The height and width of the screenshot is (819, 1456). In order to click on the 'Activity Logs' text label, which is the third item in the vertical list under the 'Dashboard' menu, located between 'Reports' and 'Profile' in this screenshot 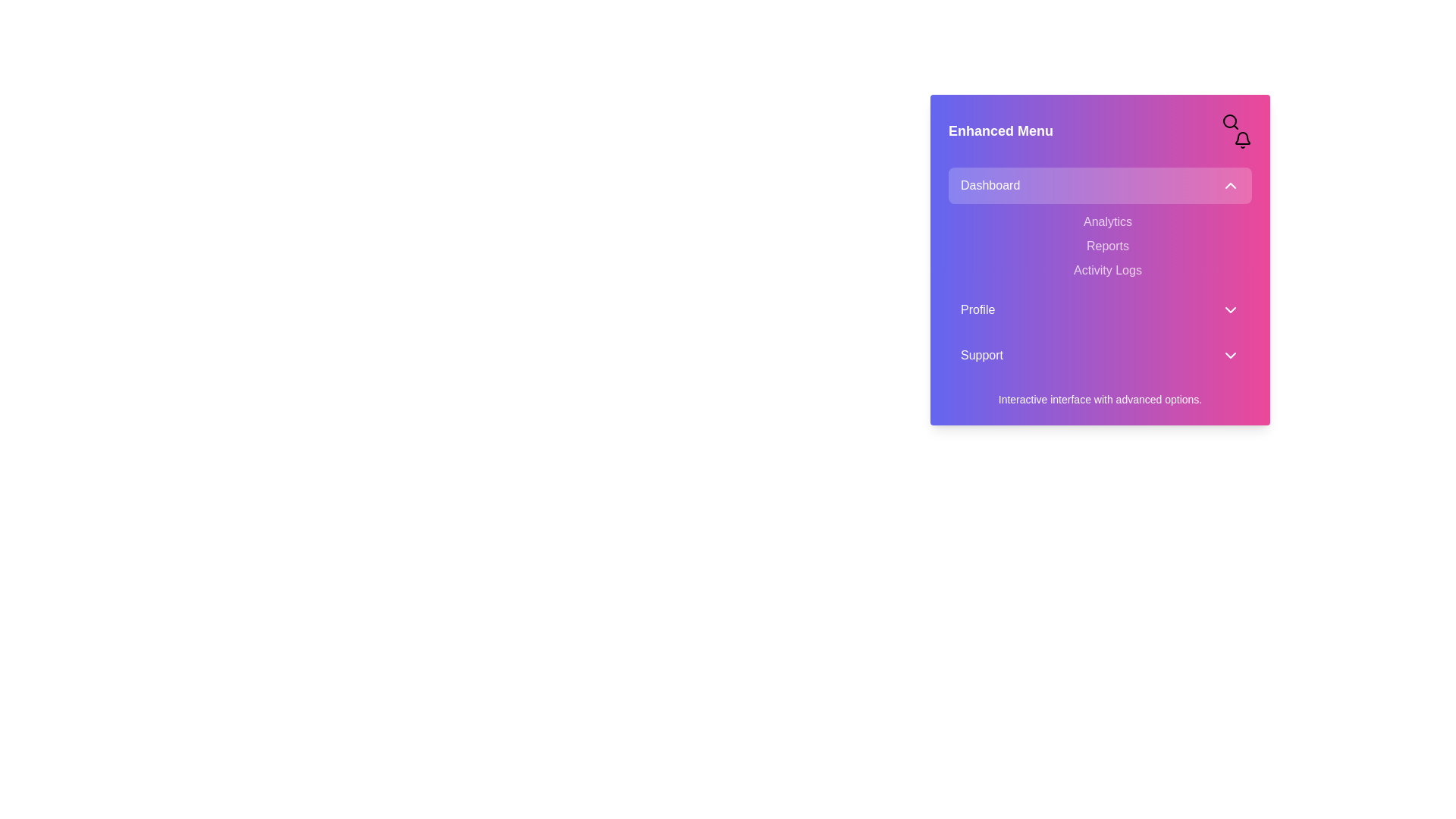, I will do `click(1107, 270)`.